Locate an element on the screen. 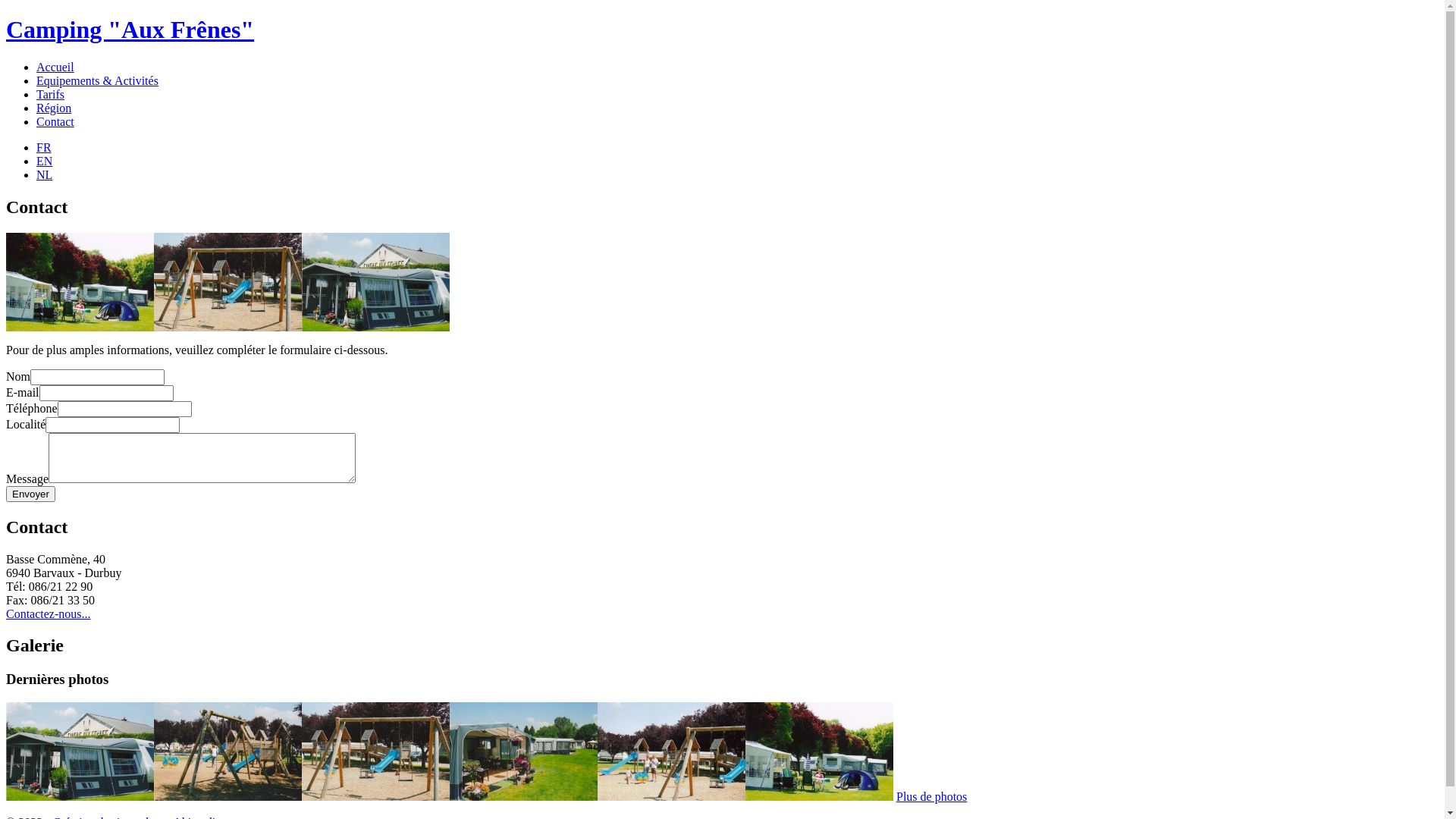 The height and width of the screenshot is (819, 1456). 'Plaine de jeux' is located at coordinates (227, 795).